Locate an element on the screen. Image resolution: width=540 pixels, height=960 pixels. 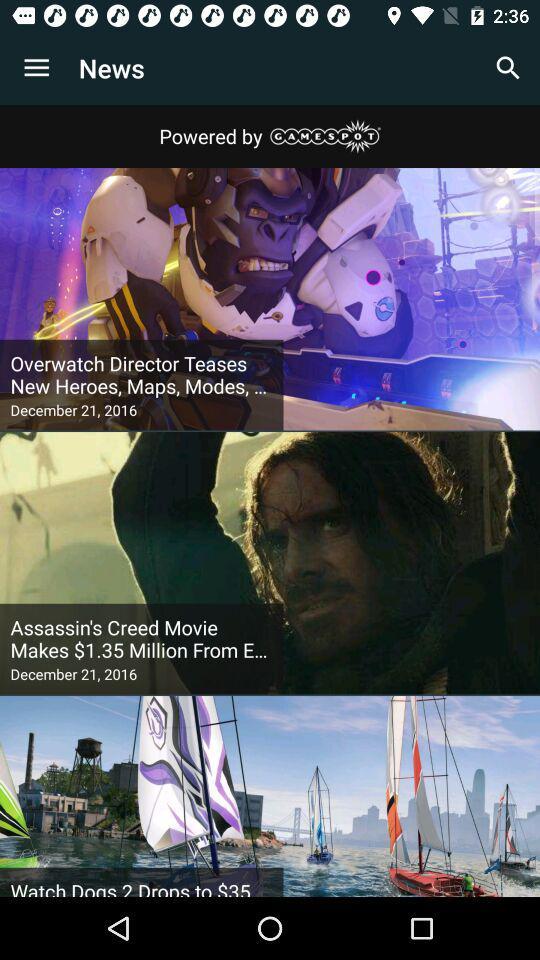
app next to the news item is located at coordinates (508, 68).